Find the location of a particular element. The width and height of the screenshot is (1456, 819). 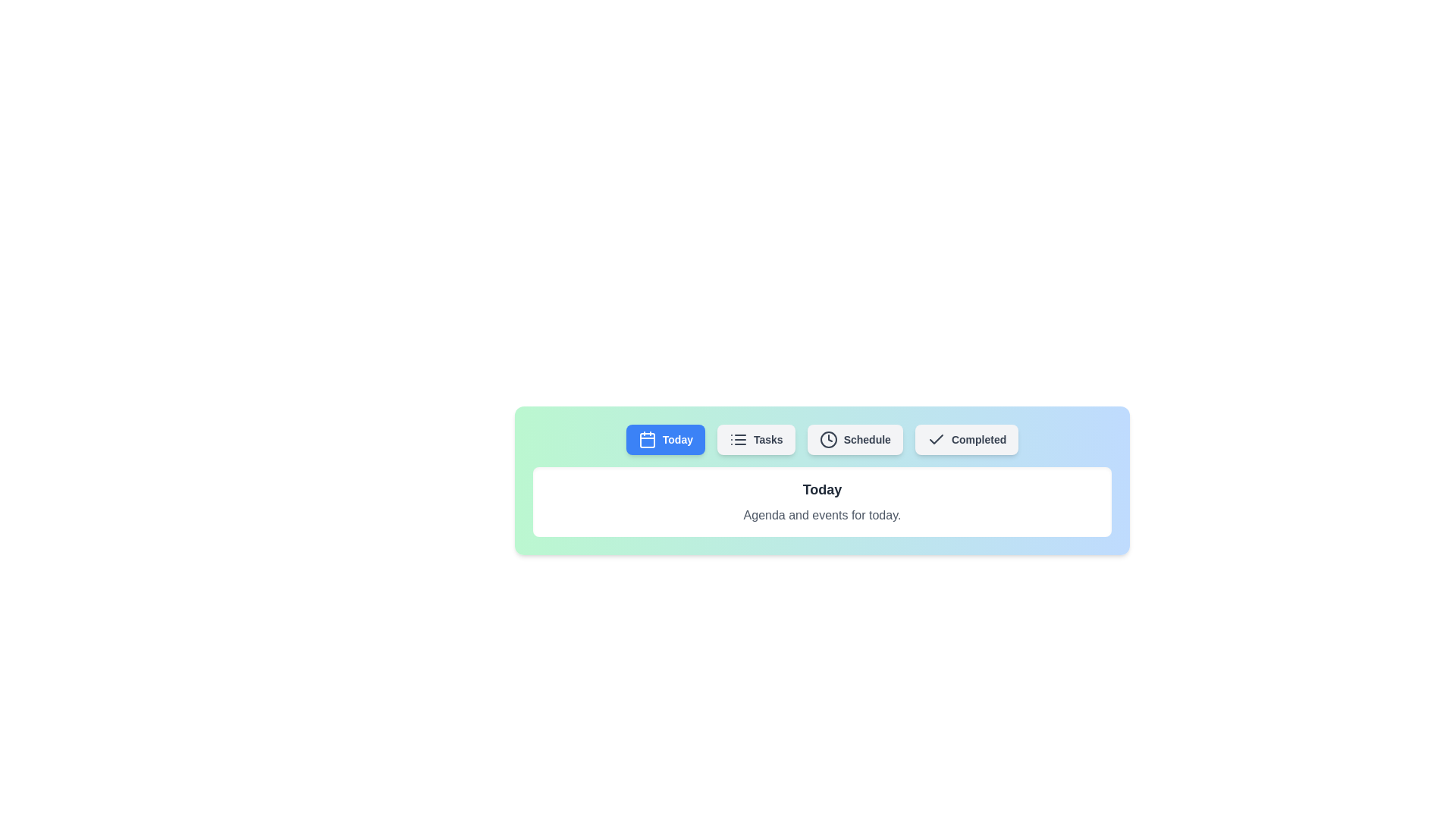

the Schedule tab to switch to its view is located at coordinates (855, 439).